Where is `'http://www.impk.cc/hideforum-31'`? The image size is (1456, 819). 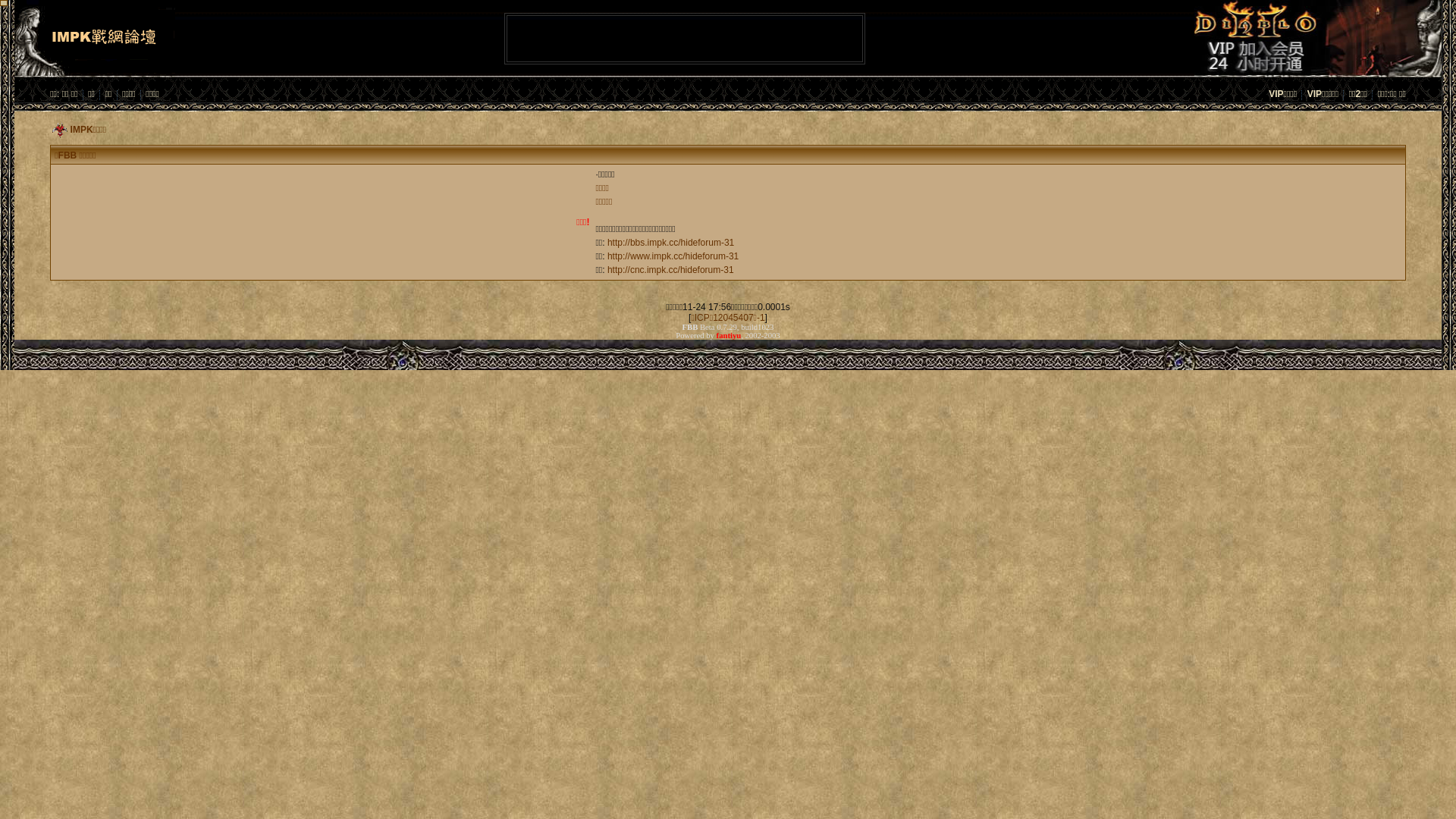
'http://www.impk.cc/hideforum-31' is located at coordinates (672, 256).